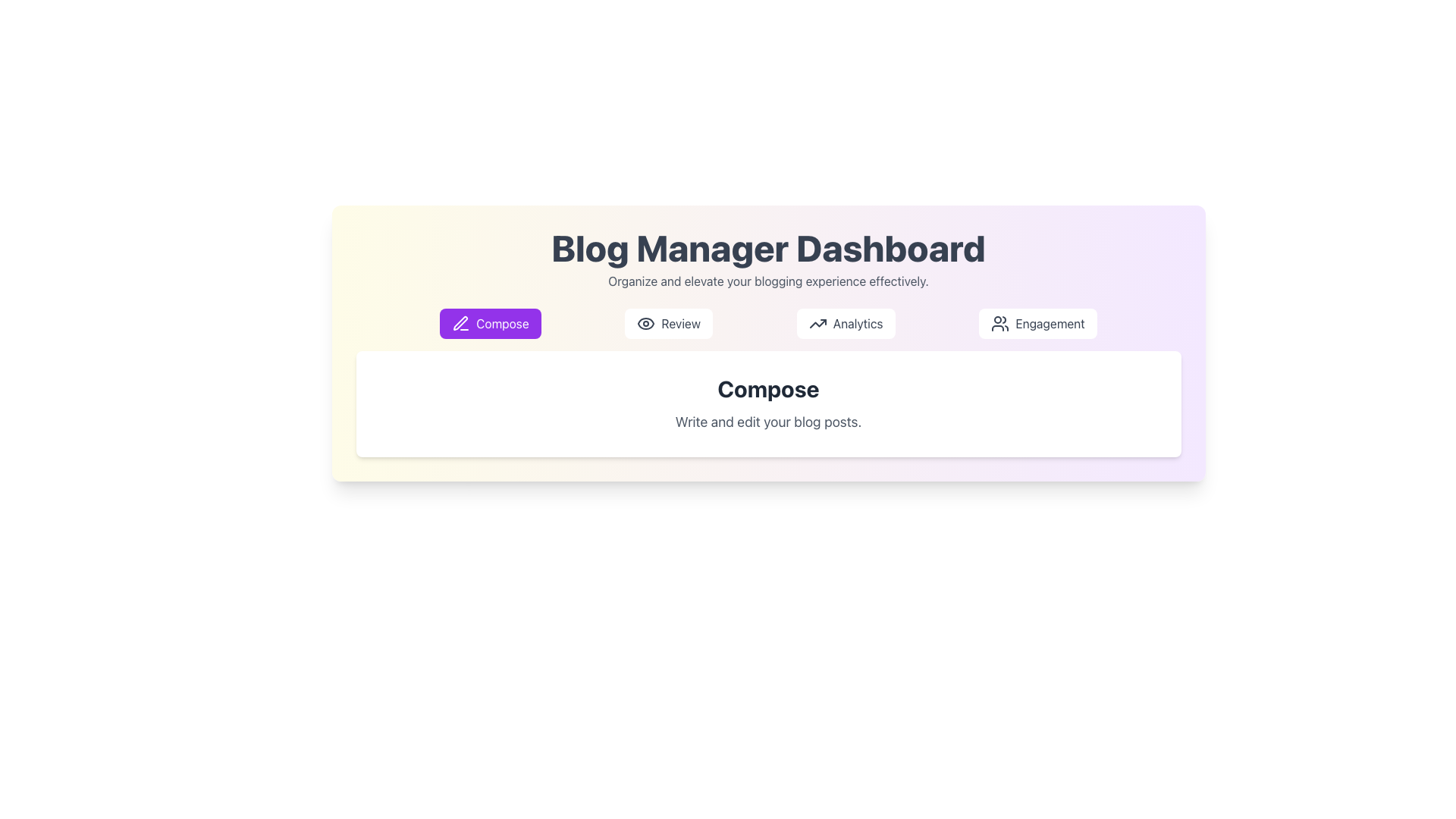 The image size is (1456, 819). Describe the element at coordinates (460, 322) in the screenshot. I see `the Compose icon in the toolbar` at that location.